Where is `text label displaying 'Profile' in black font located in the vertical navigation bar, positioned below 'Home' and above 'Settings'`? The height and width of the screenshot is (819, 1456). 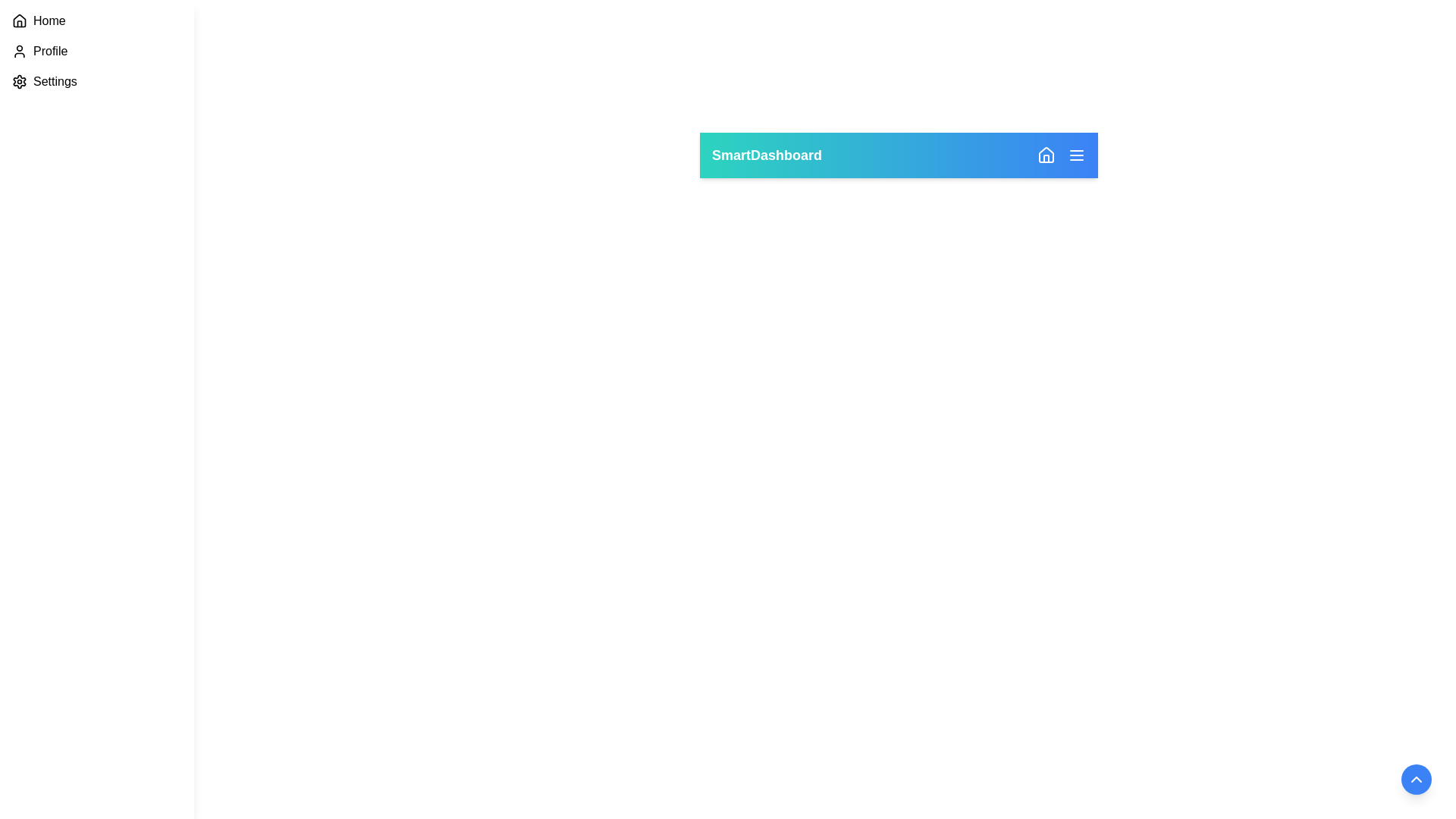
text label displaying 'Profile' in black font located in the vertical navigation bar, positioned below 'Home' and above 'Settings' is located at coordinates (50, 51).